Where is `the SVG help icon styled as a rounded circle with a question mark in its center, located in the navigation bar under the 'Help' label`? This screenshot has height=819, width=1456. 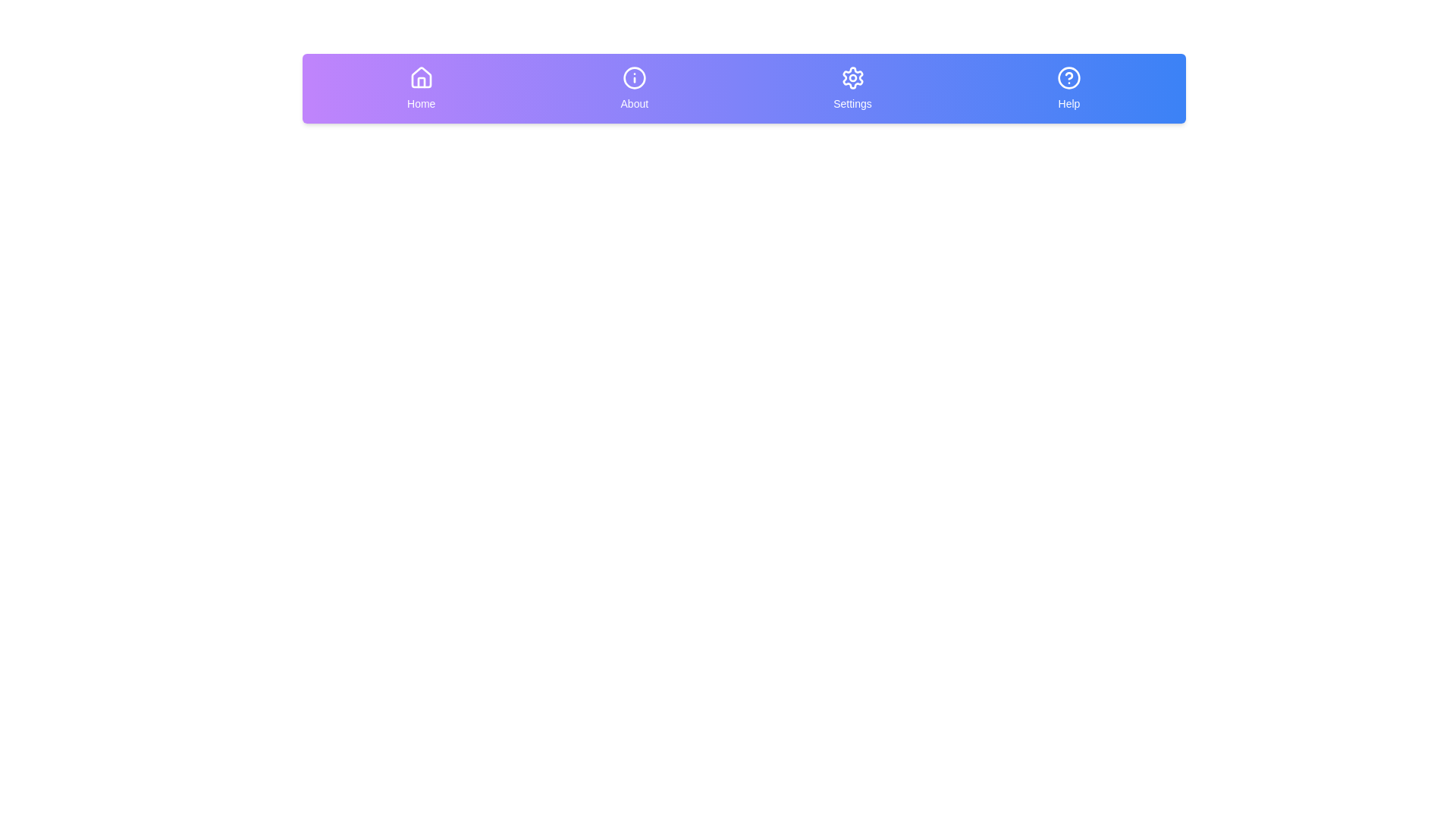 the SVG help icon styled as a rounded circle with a question mark in its center, located in the navigation bar under the 'Help' label is located at coordinates (1068, 78).